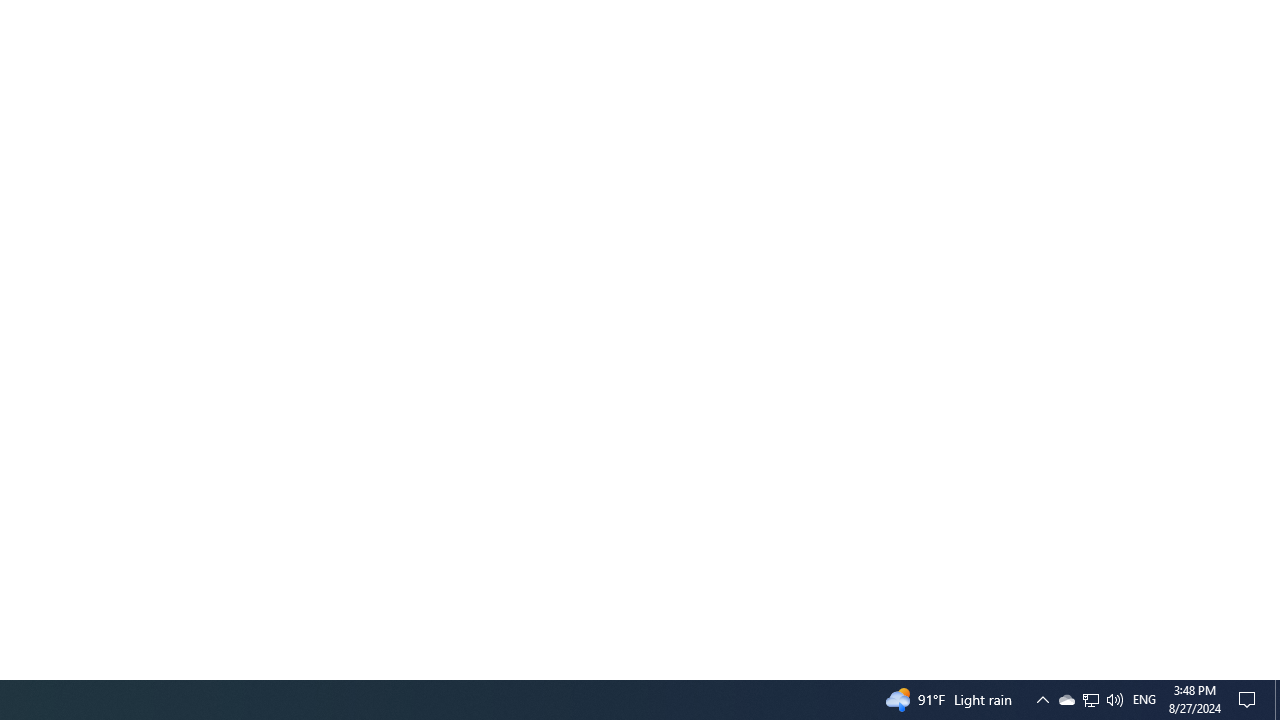 The height and width of the screenshot is (720, 1280). Describe the element at coordinates (1090, 698) in the screenshot. I see `'User Promoted Notification Area'` at that location.